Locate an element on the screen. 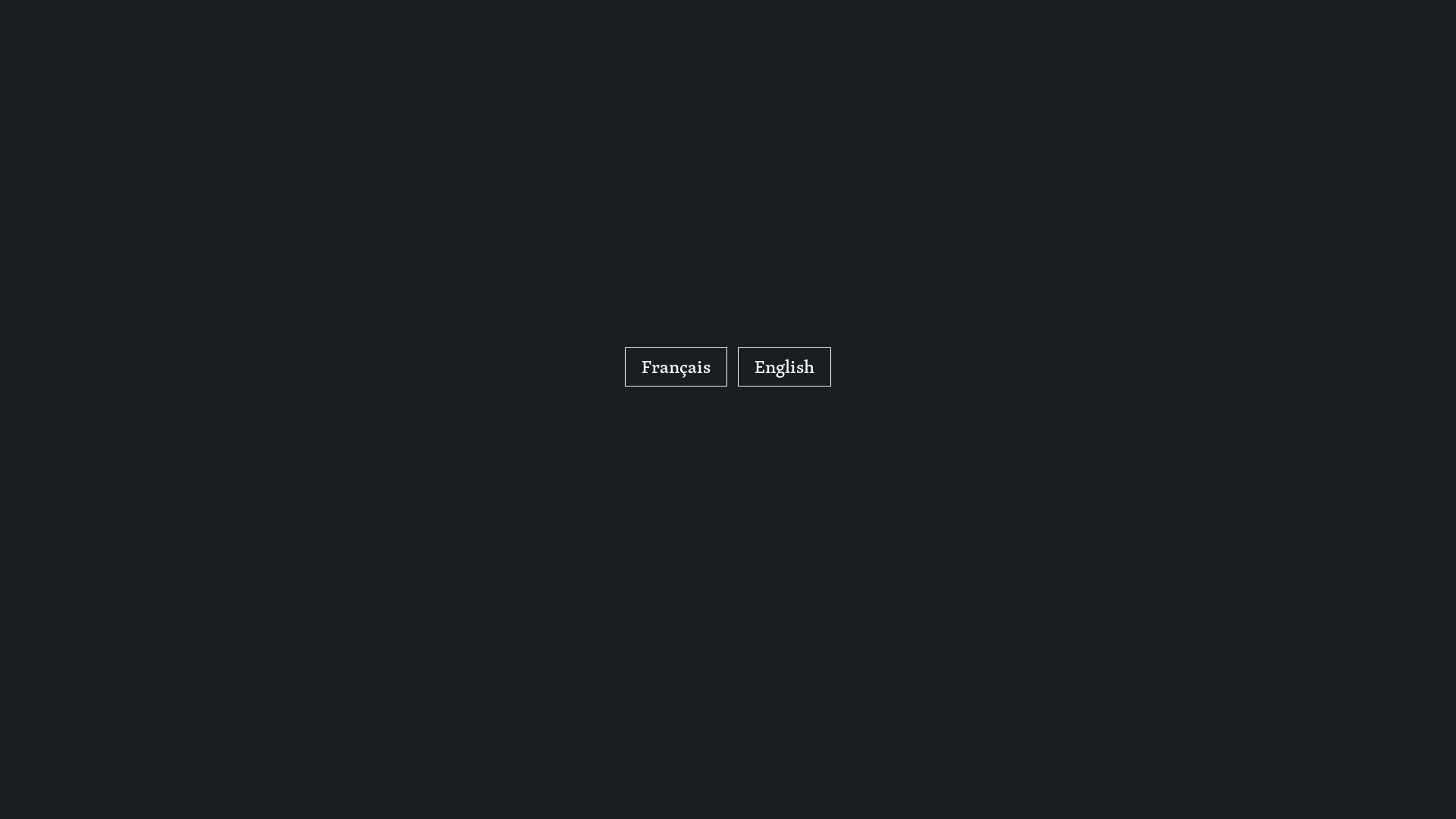  'English' is located at coordinates (738, 366).